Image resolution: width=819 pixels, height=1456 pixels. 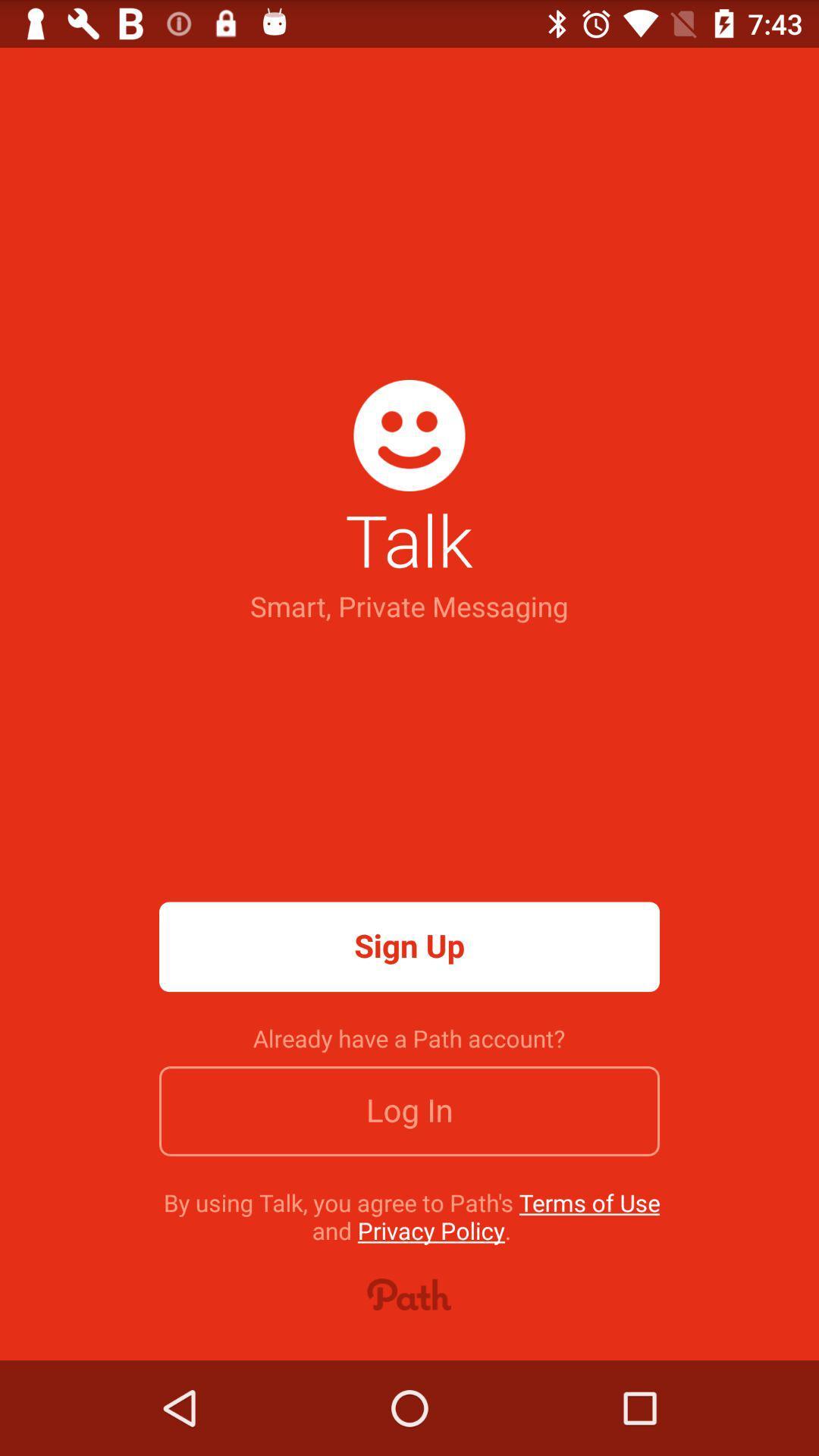 What do you see at coordinates (412, 1216) in the screenshot?
I see `item below the log in item` at bounding box center [412, 1216].